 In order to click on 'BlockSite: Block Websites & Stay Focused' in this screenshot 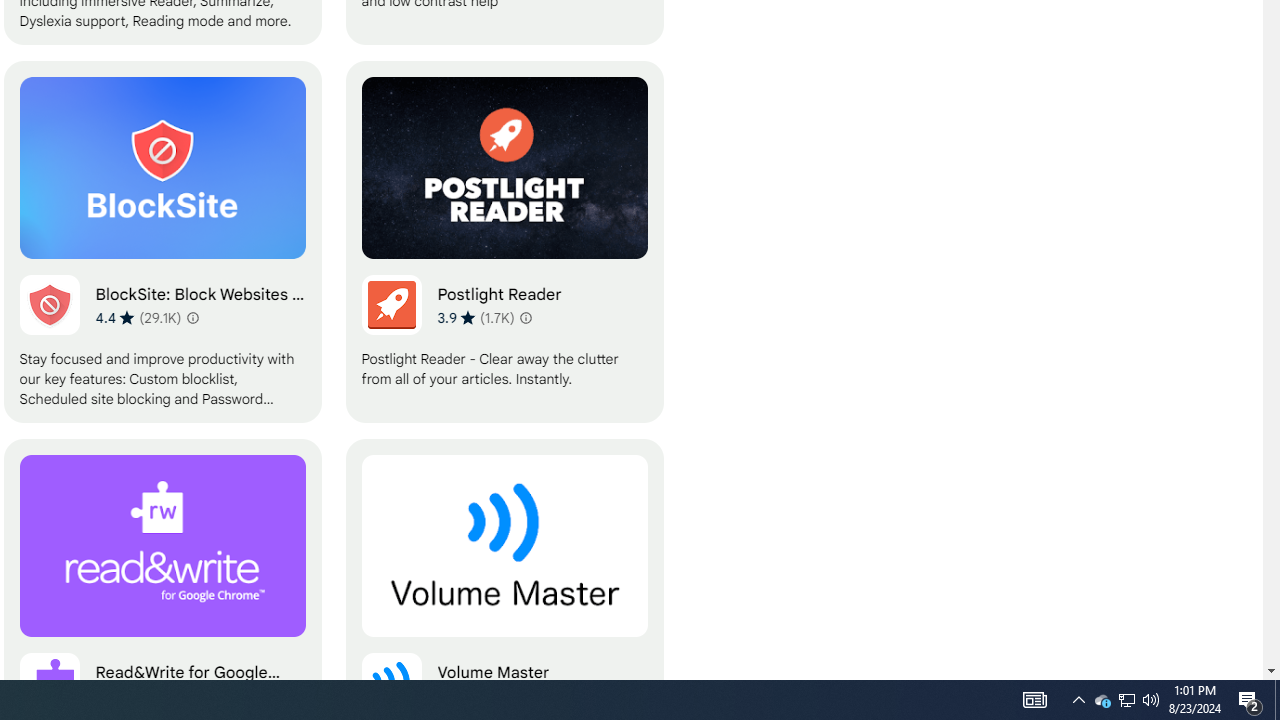, I will do `click(162, 241)`.